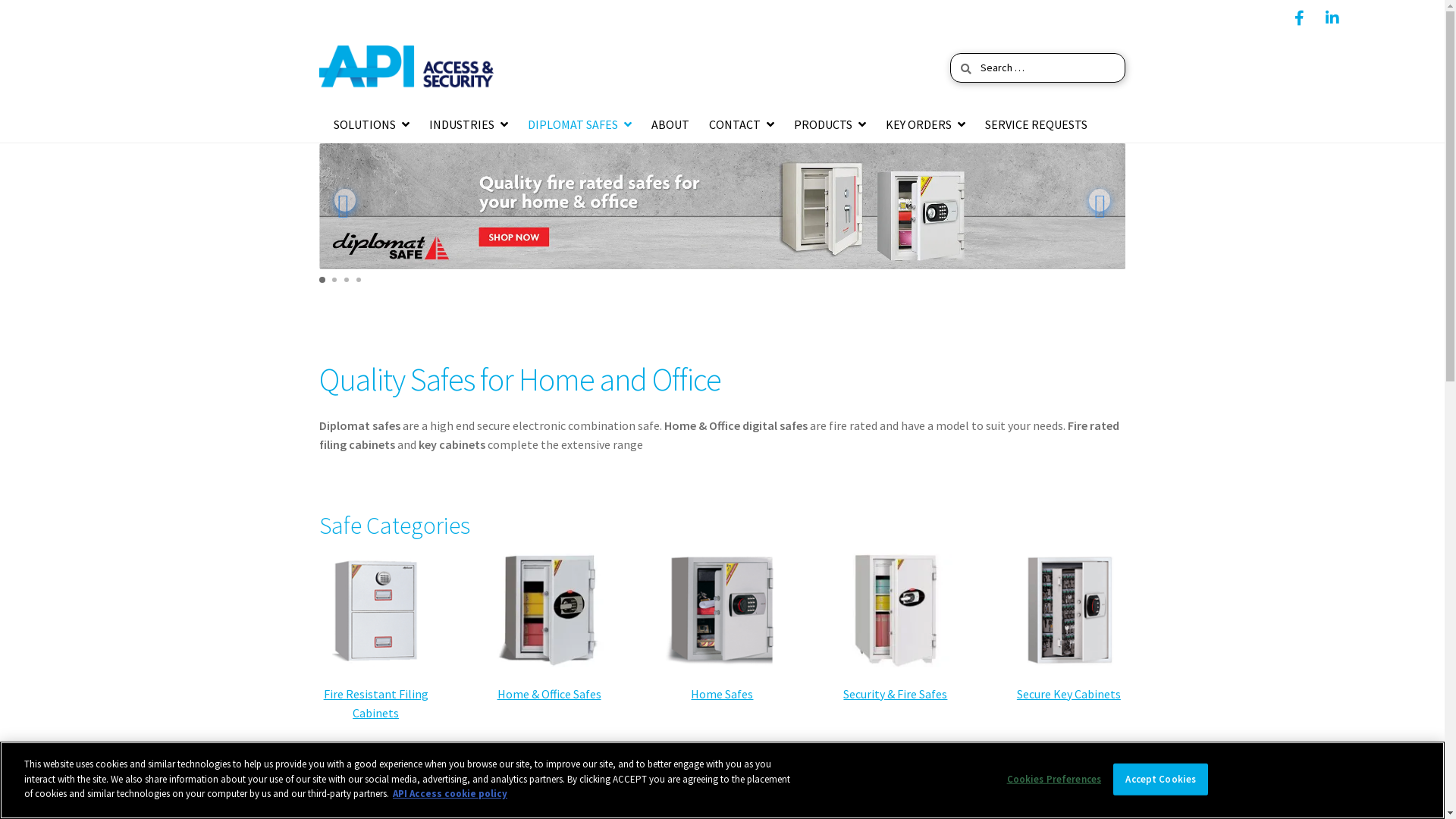  What do you see at coordinates (690, 693) in the screenshot?
I see `'Home Safes'` at bounding box center [690, 693].